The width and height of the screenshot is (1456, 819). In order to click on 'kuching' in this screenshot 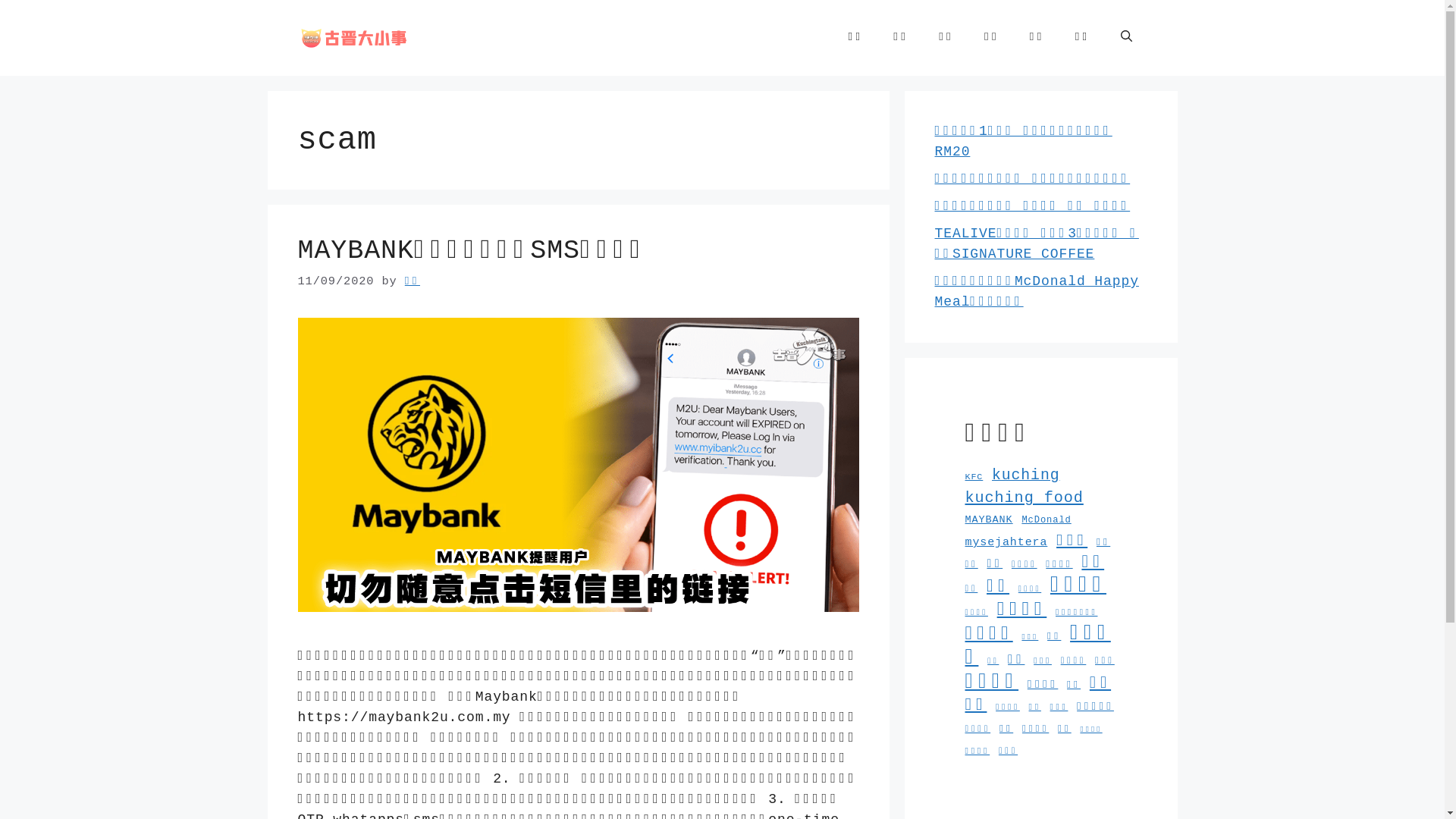, I will do `click(1025, 475)`.